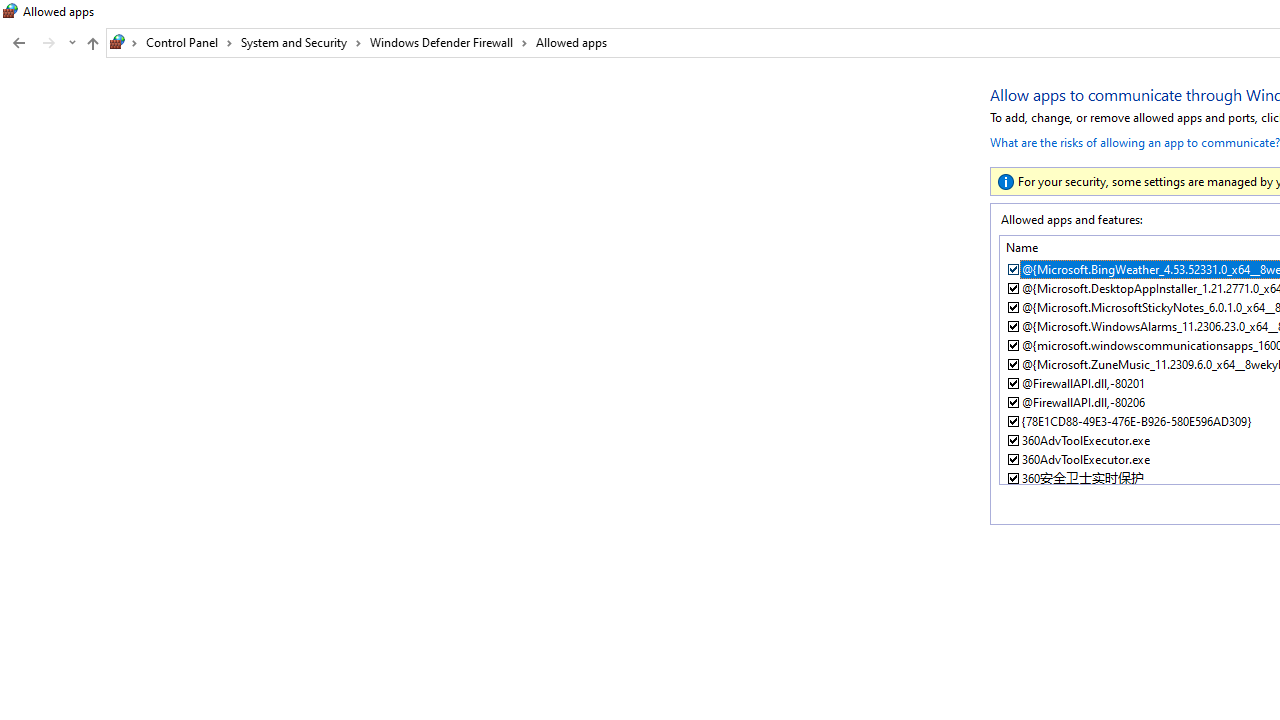 This screenshot has height=720, width=1280. Describe the element at coordinates (189, 42) in the screenshot. I see `'Control Panel'` at that location.